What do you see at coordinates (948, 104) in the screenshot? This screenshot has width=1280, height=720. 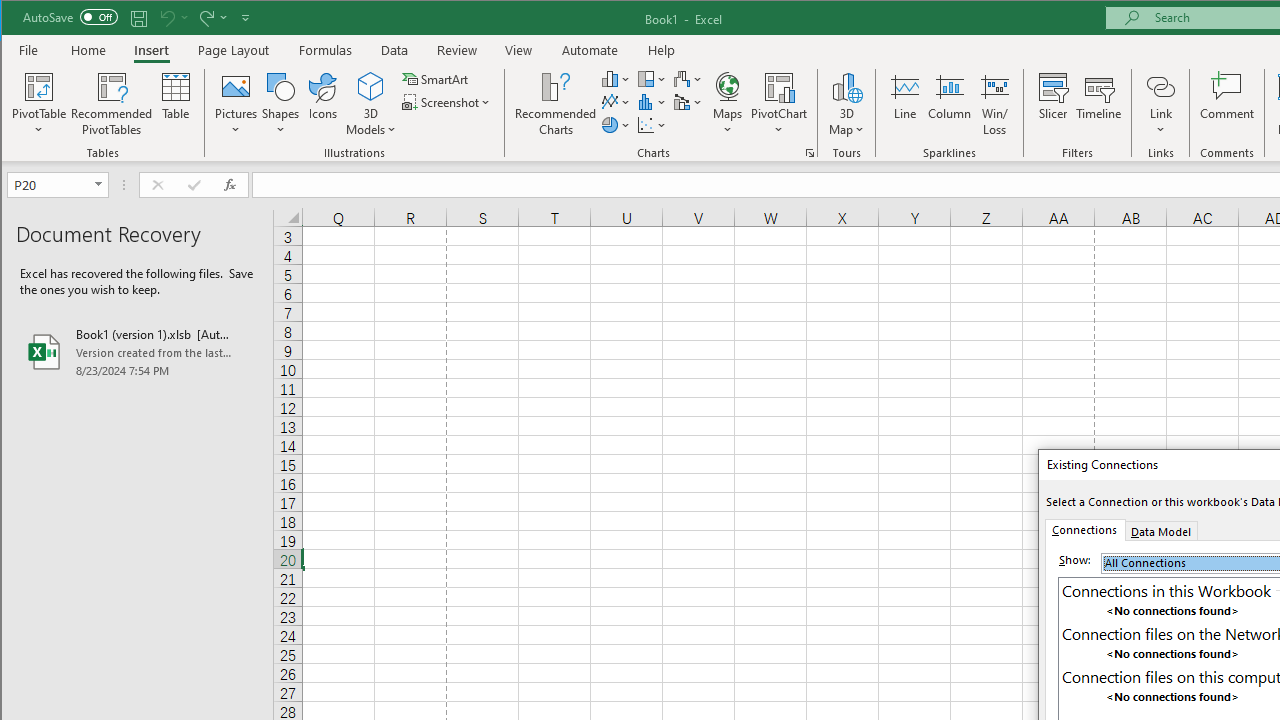 I see `'Column'` at bounding box center [948, 104].